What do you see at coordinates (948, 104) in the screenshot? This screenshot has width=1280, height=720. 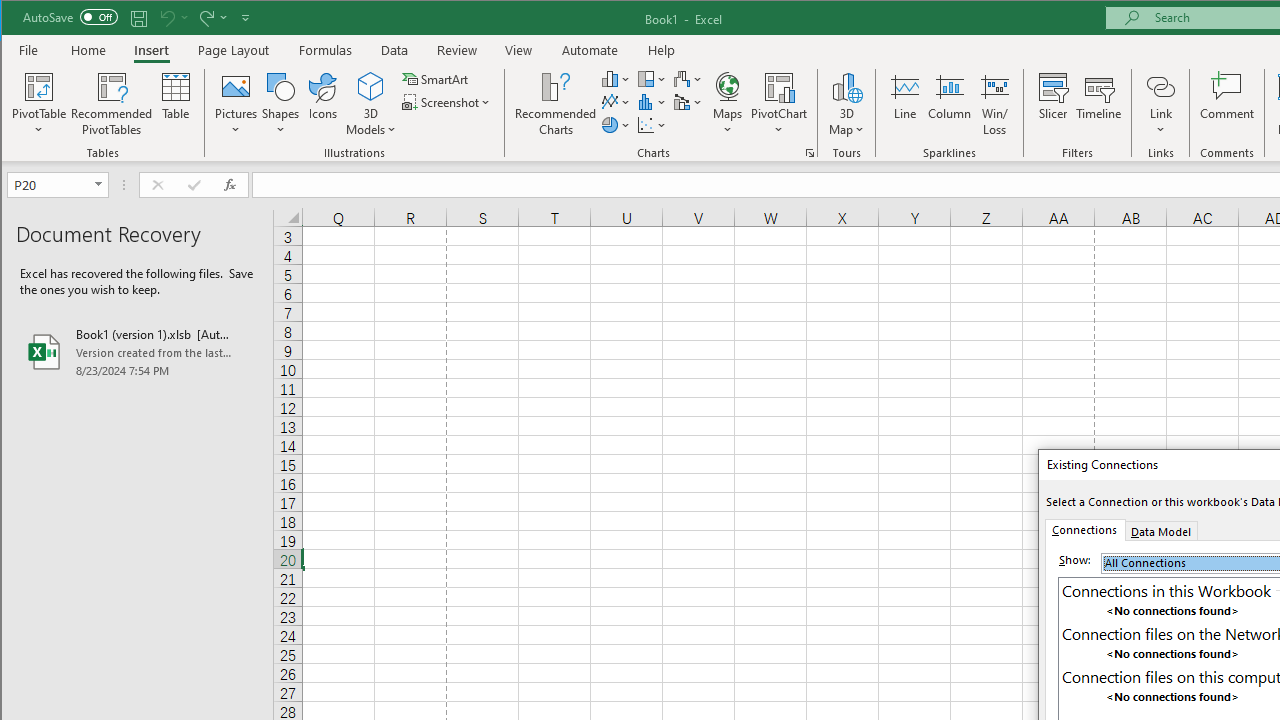 I see `'Column'` at bounding box center [948, 104].